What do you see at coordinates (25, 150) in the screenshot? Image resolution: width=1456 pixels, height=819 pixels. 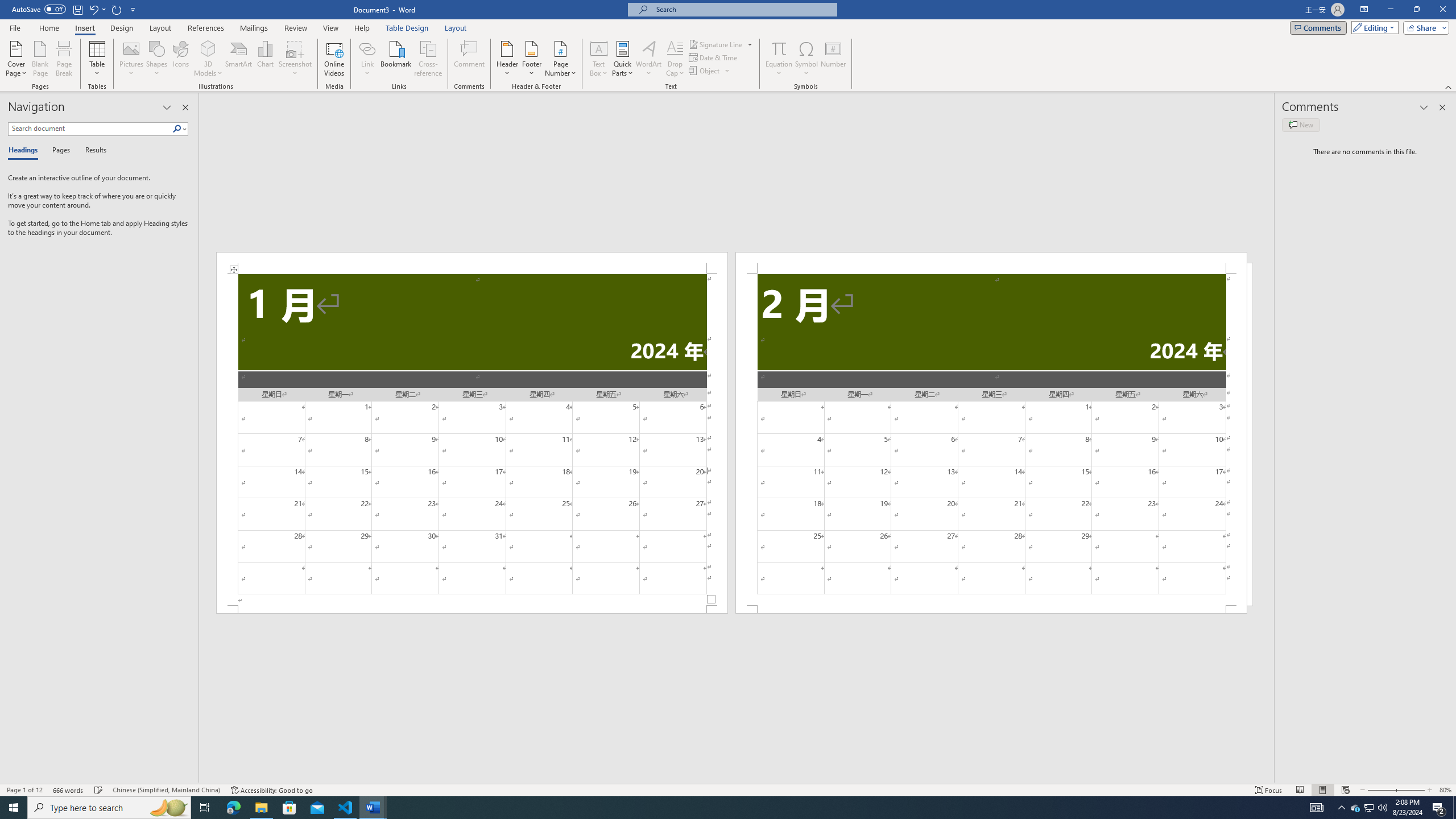 I see `'Headings'` at bounding box center [25, 150].